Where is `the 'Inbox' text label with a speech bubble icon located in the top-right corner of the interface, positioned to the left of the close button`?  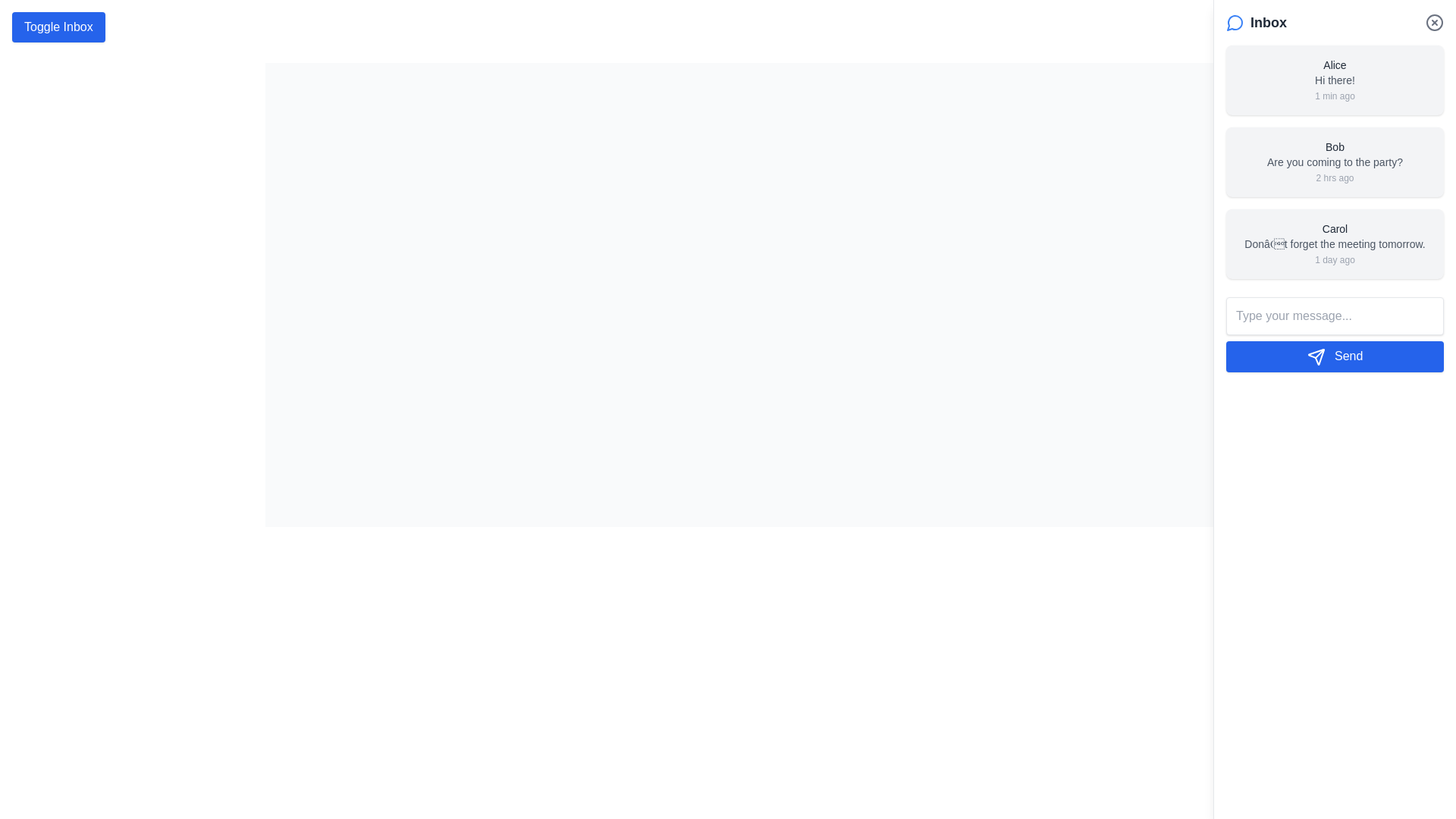 the 'Inbox' text label with a speech bubble icon located in the top-right corner of the interface, positioned to the left of the close button is located at coordinates (1256, 23).